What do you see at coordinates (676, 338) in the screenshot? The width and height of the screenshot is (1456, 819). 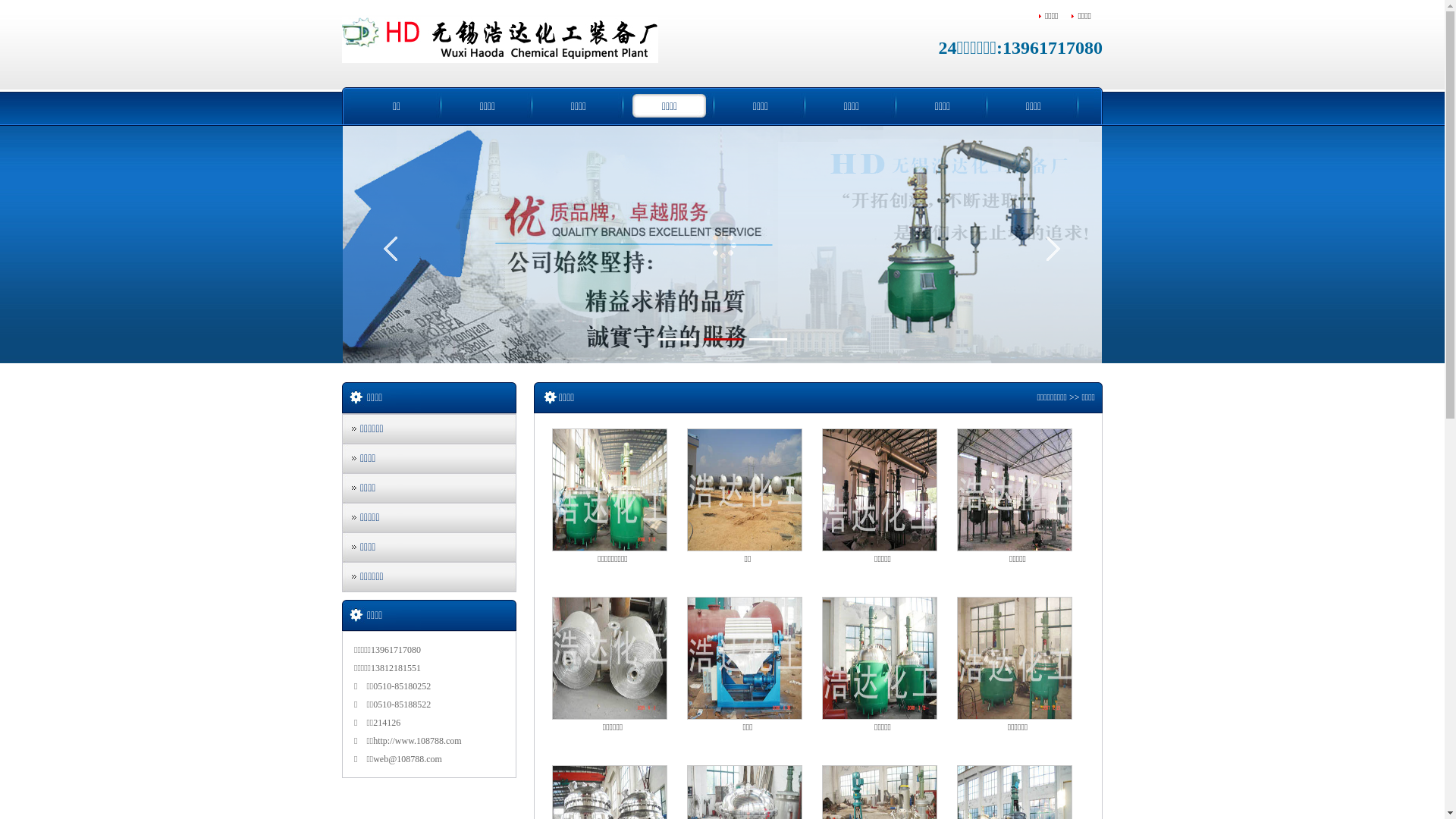 I see `'1'` at bounding box center [676, 338].